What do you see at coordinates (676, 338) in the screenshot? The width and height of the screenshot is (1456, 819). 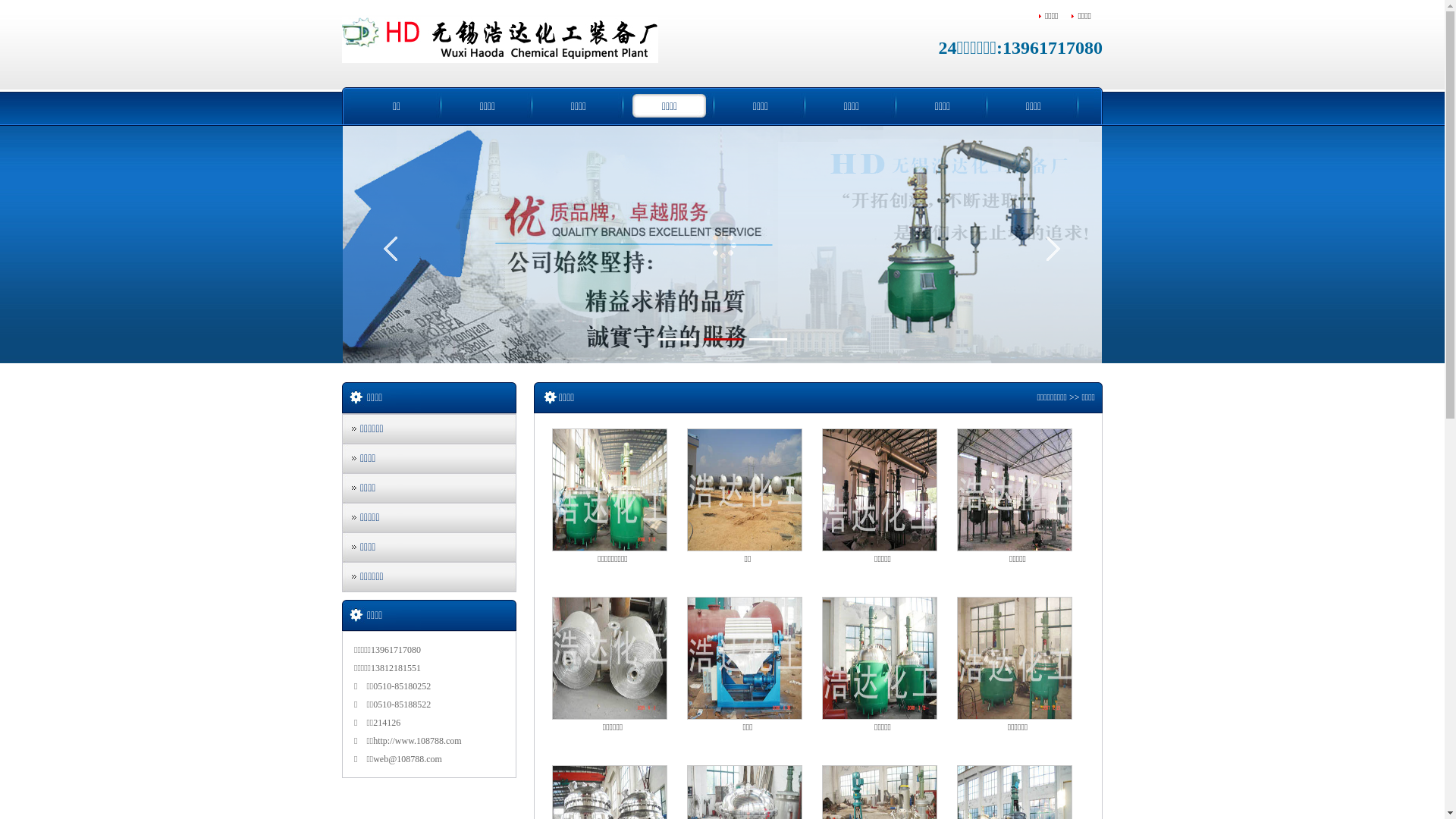 I see `'1'` at bounding box center [676, 338].